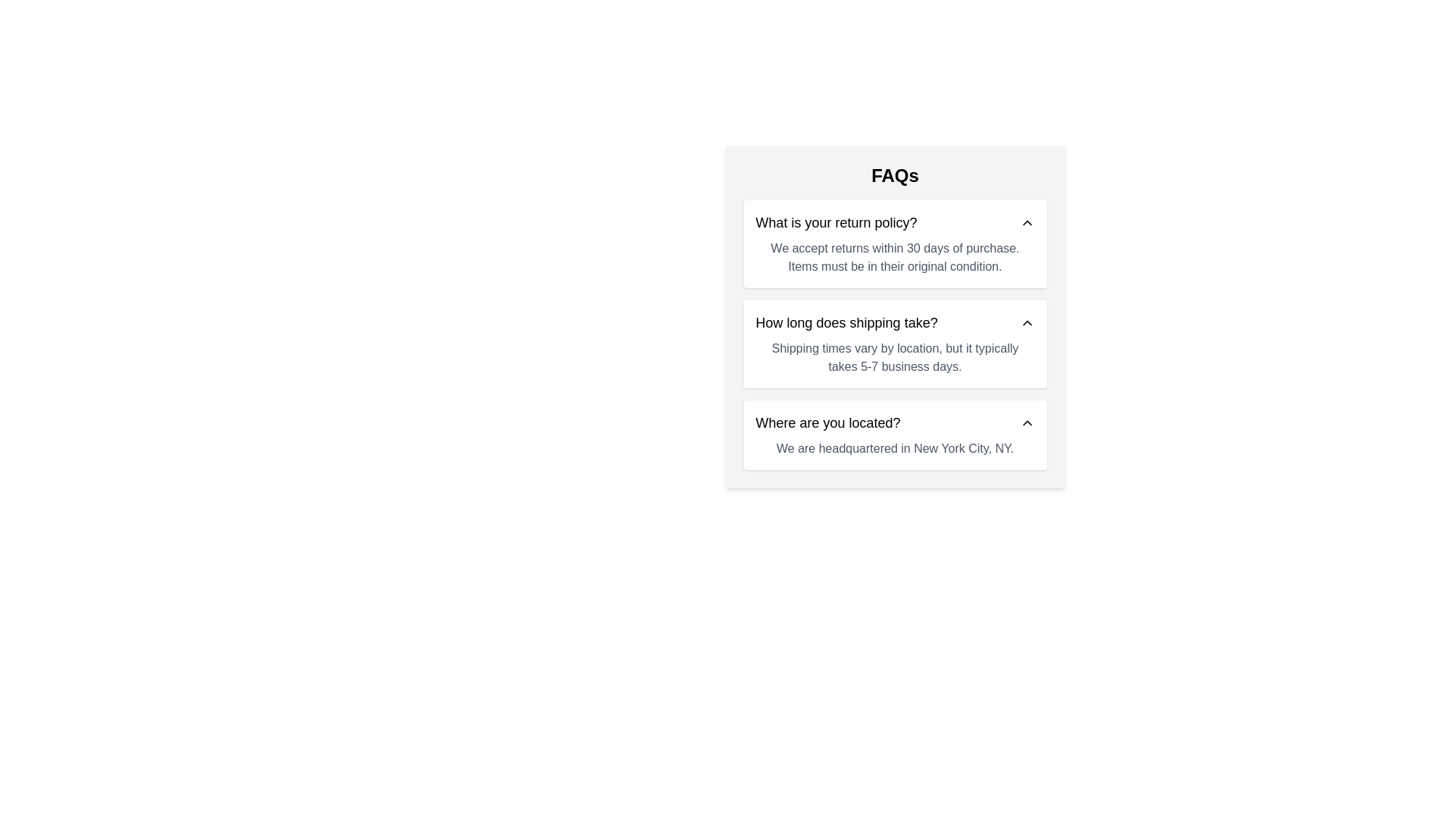 Image resolution: width=1456 pixels, height=819 pixels. What do you see at coordinates (1027, 423) in the screenshot?
I see `the upward-pointing chevron icon located at the far-right side of the FAQ section titled 'Where are you located?'` at bounding box center [1027, 423].